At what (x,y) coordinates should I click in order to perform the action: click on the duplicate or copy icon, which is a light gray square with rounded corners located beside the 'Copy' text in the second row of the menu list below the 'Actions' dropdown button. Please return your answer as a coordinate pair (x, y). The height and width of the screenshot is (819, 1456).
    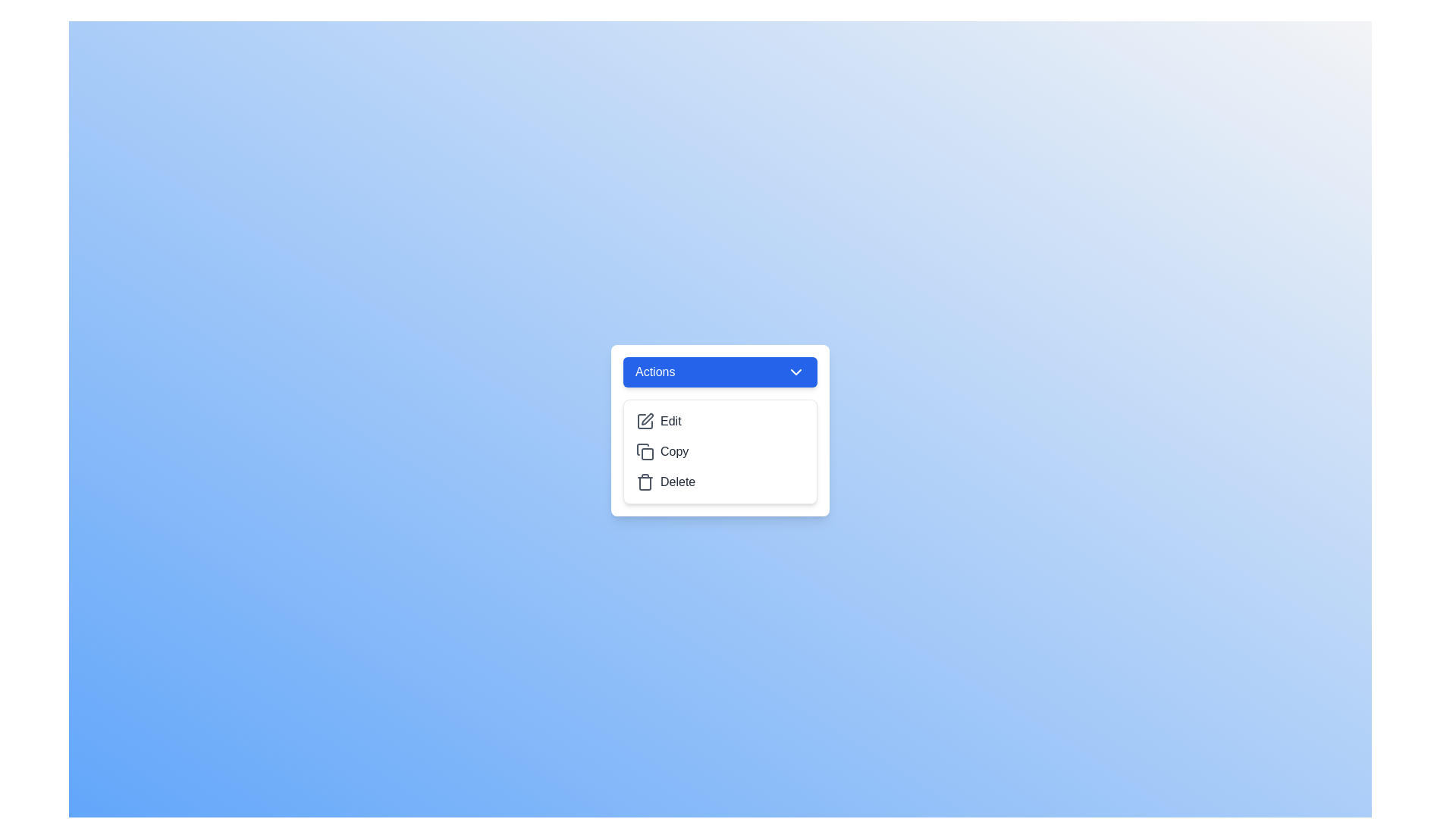
    Looking at the image, I should click on (645, 451).